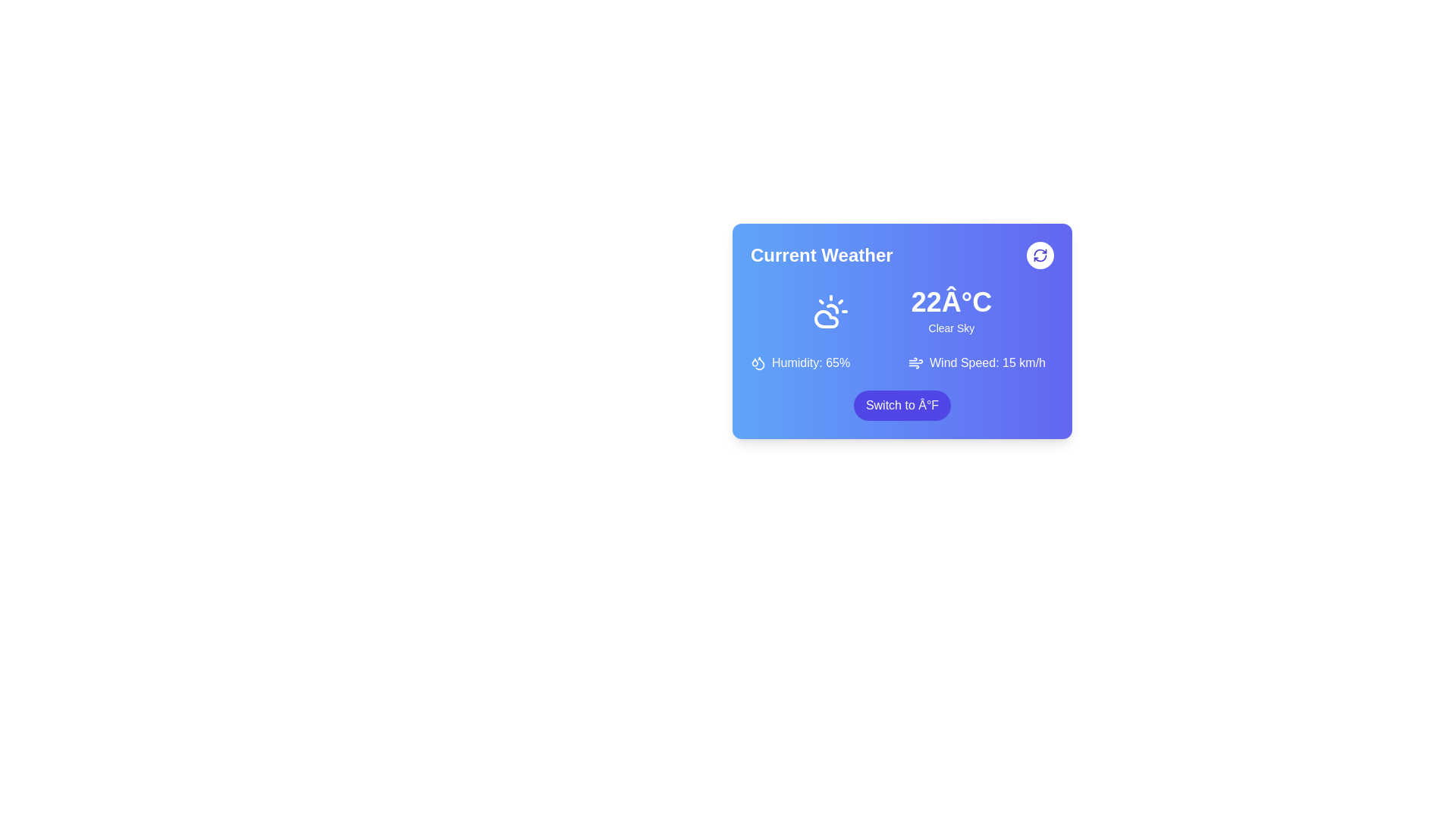  What do you see at coordinates (950, 302) in the screenshot?
I see `the current temperature text label, which is positioned prominently near the top-center of a rectangular card within the interface` at bounding box center [950, 302].